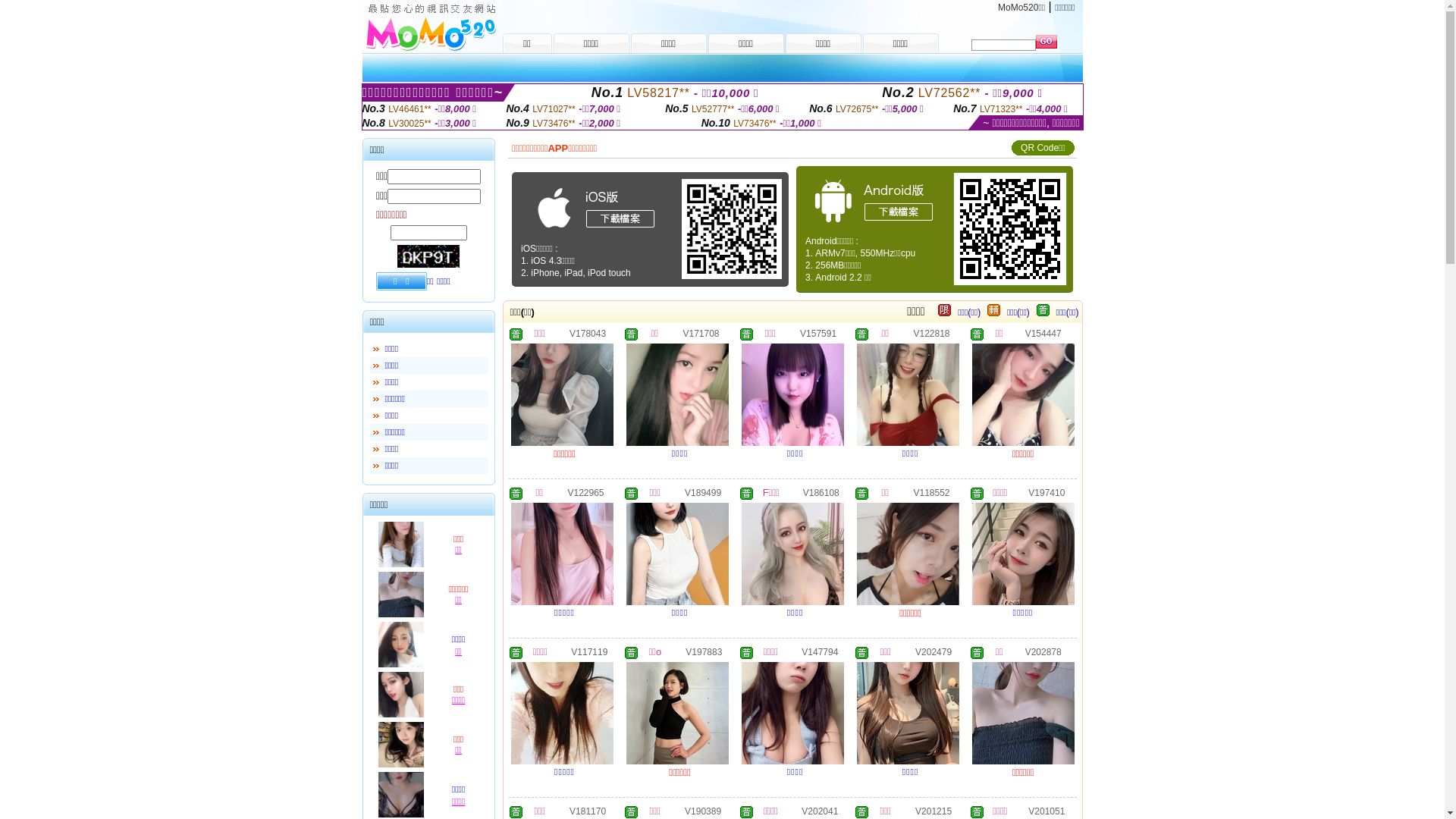  I want to click on 'V201215', so click(914, 809).